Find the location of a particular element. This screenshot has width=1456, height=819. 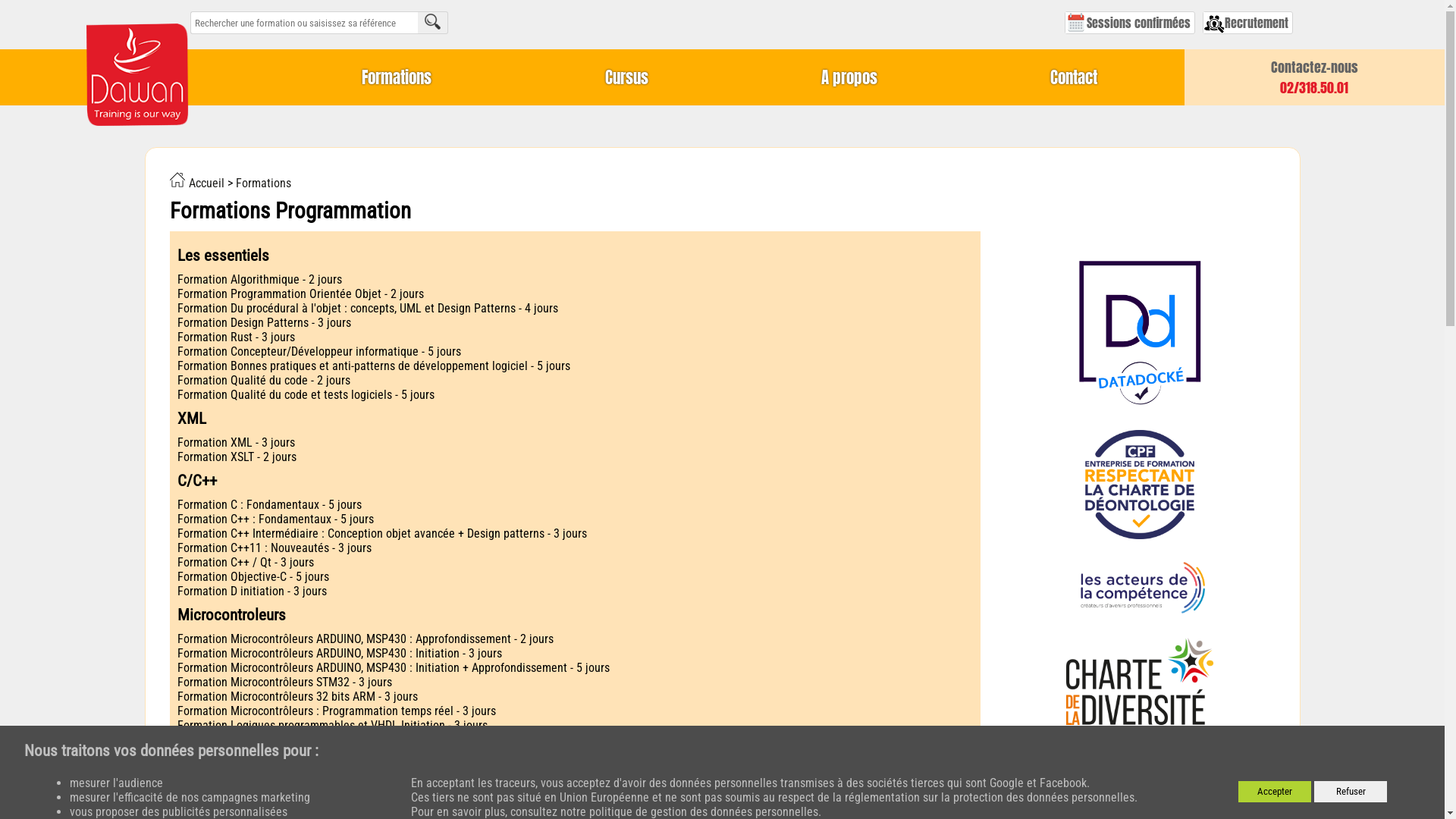

'Contactez-nous is located at coordinates (1313, 77).